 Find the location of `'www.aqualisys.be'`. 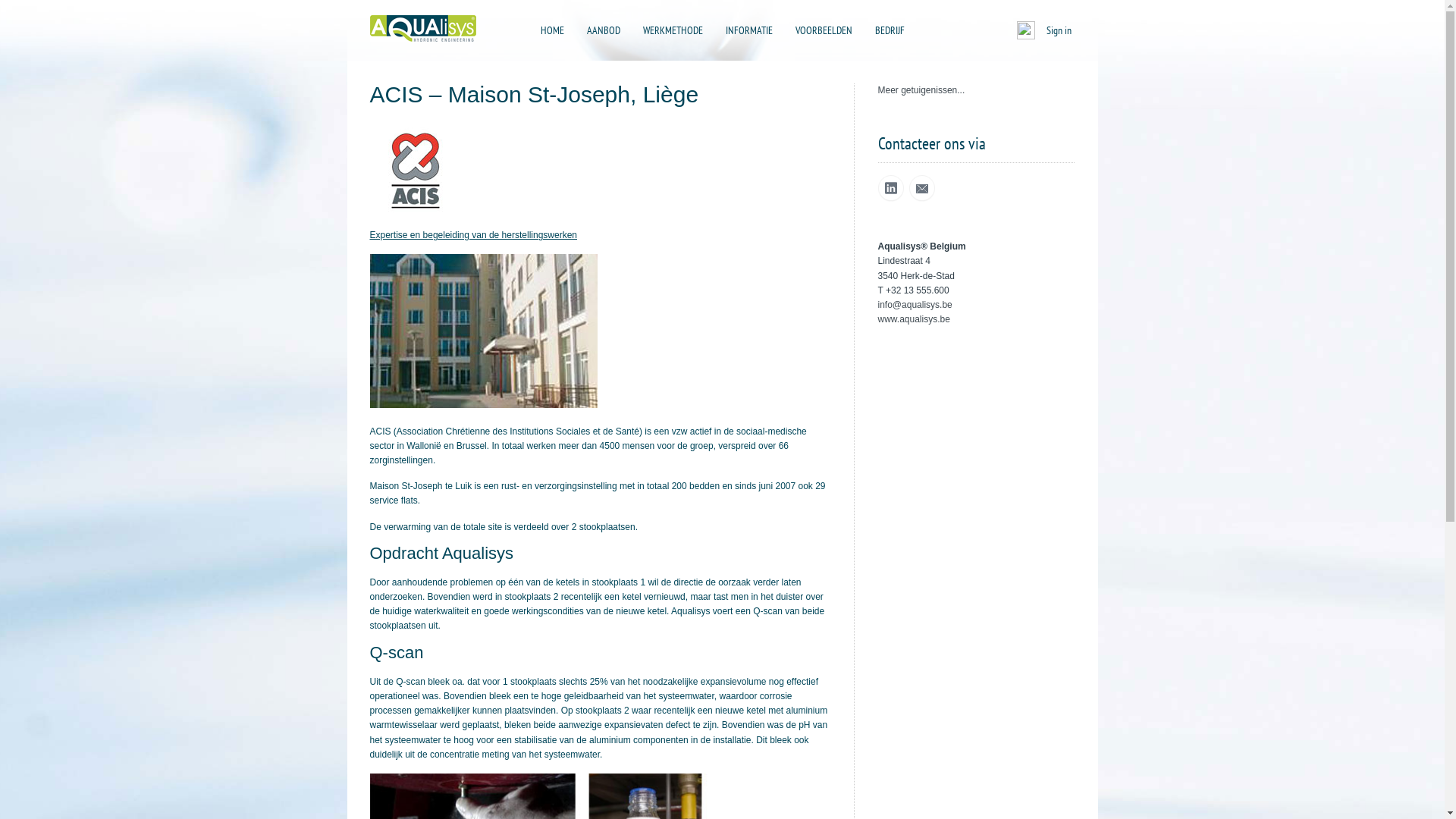

'www.aqualisys.be' is located at coordinates (913, 318).